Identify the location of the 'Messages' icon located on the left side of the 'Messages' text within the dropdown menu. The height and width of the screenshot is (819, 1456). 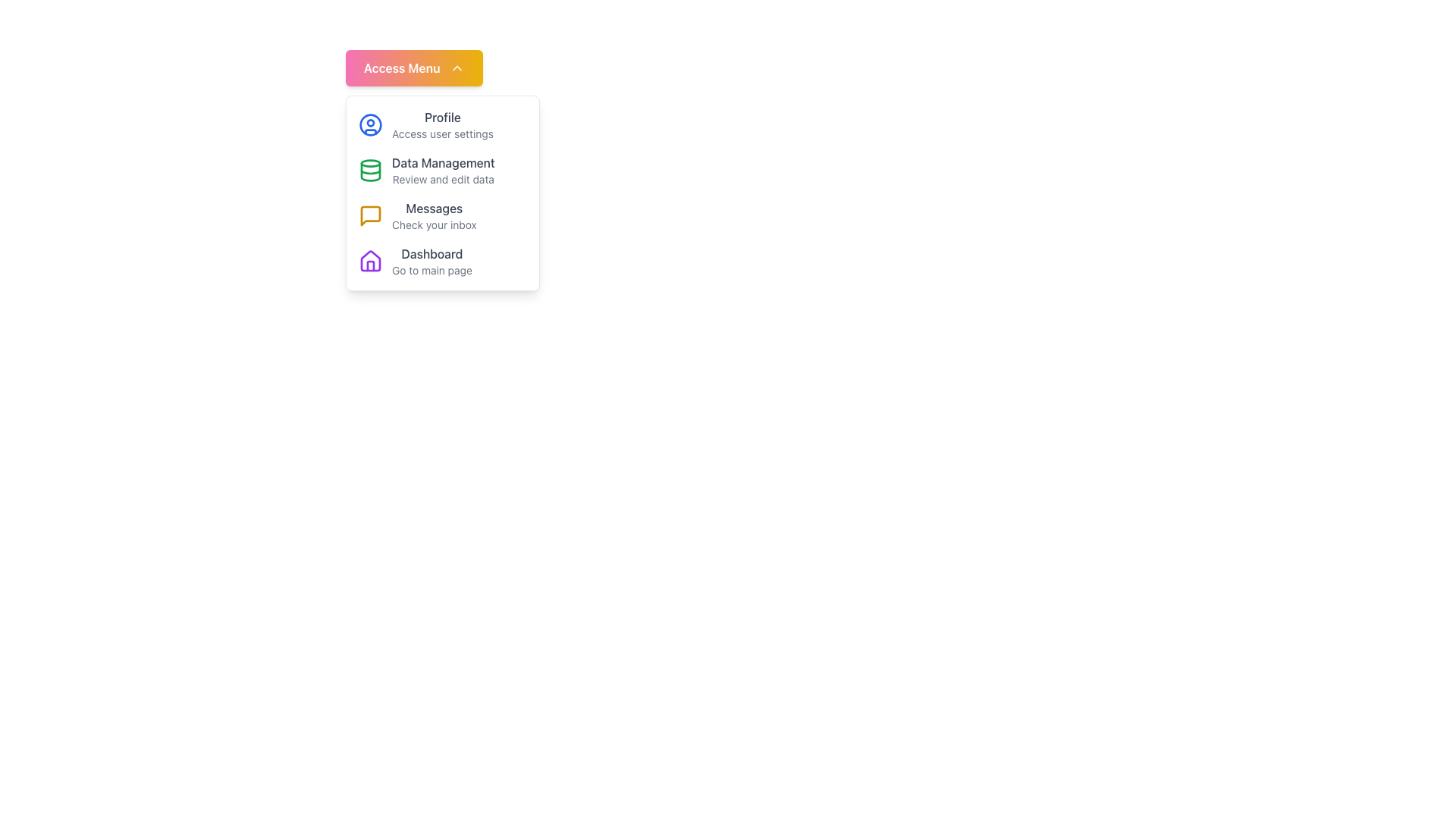
(371, 216).